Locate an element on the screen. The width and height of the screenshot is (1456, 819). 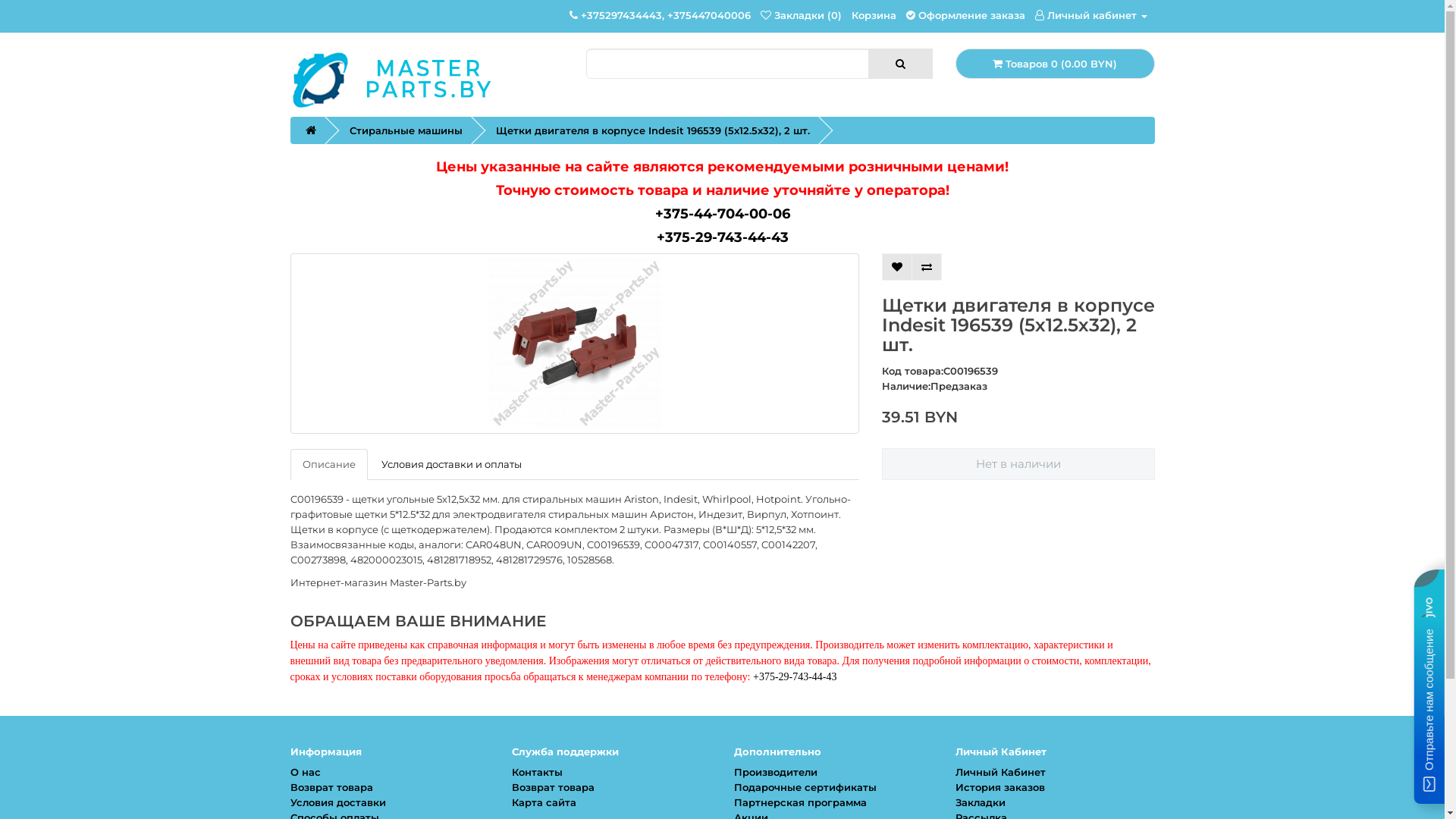
'+375-29-743-44-43' is located at coordinates (794, 676).